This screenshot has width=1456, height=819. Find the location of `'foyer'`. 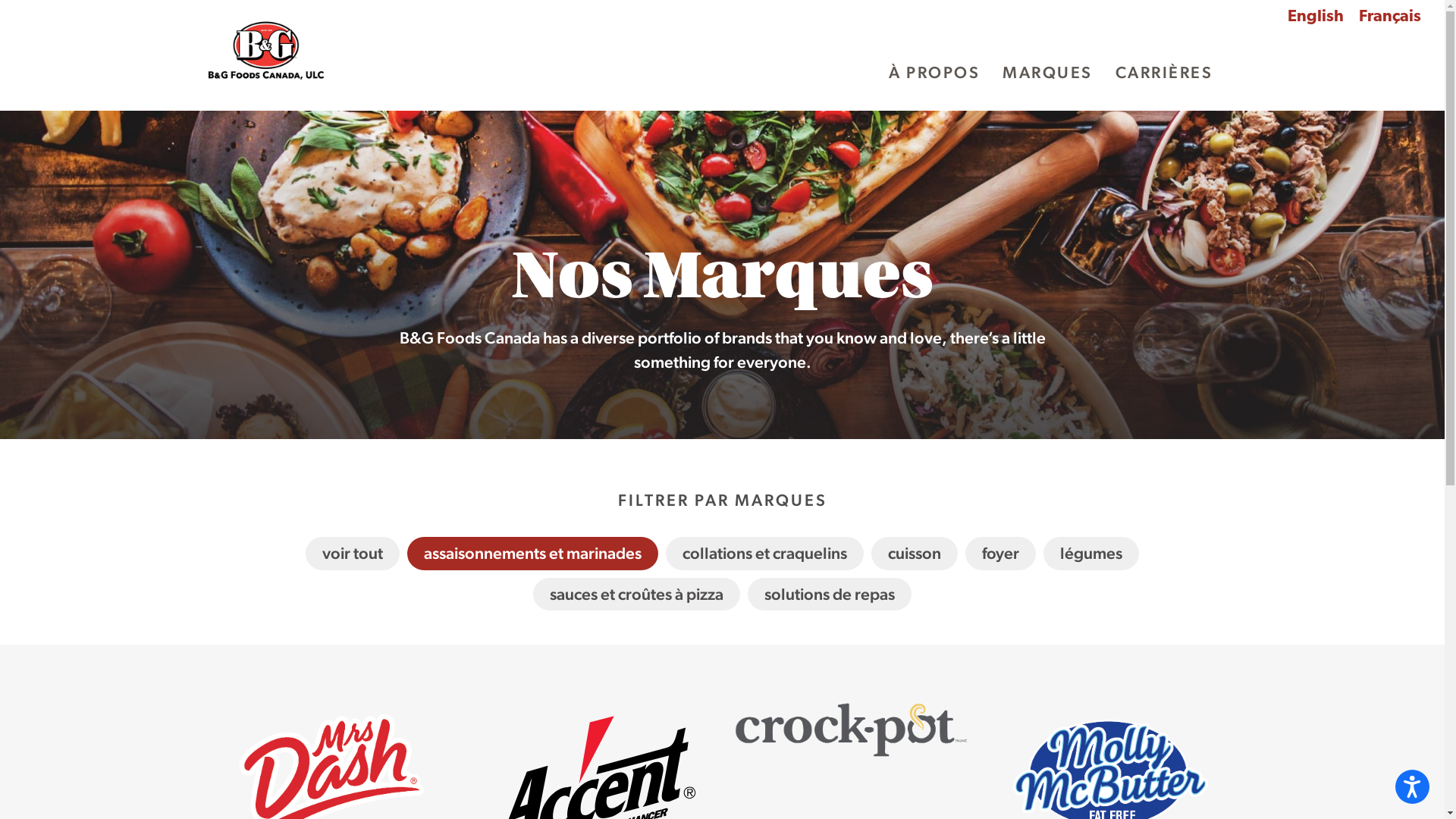

'foyer' is located at coordinates (1000, 553).